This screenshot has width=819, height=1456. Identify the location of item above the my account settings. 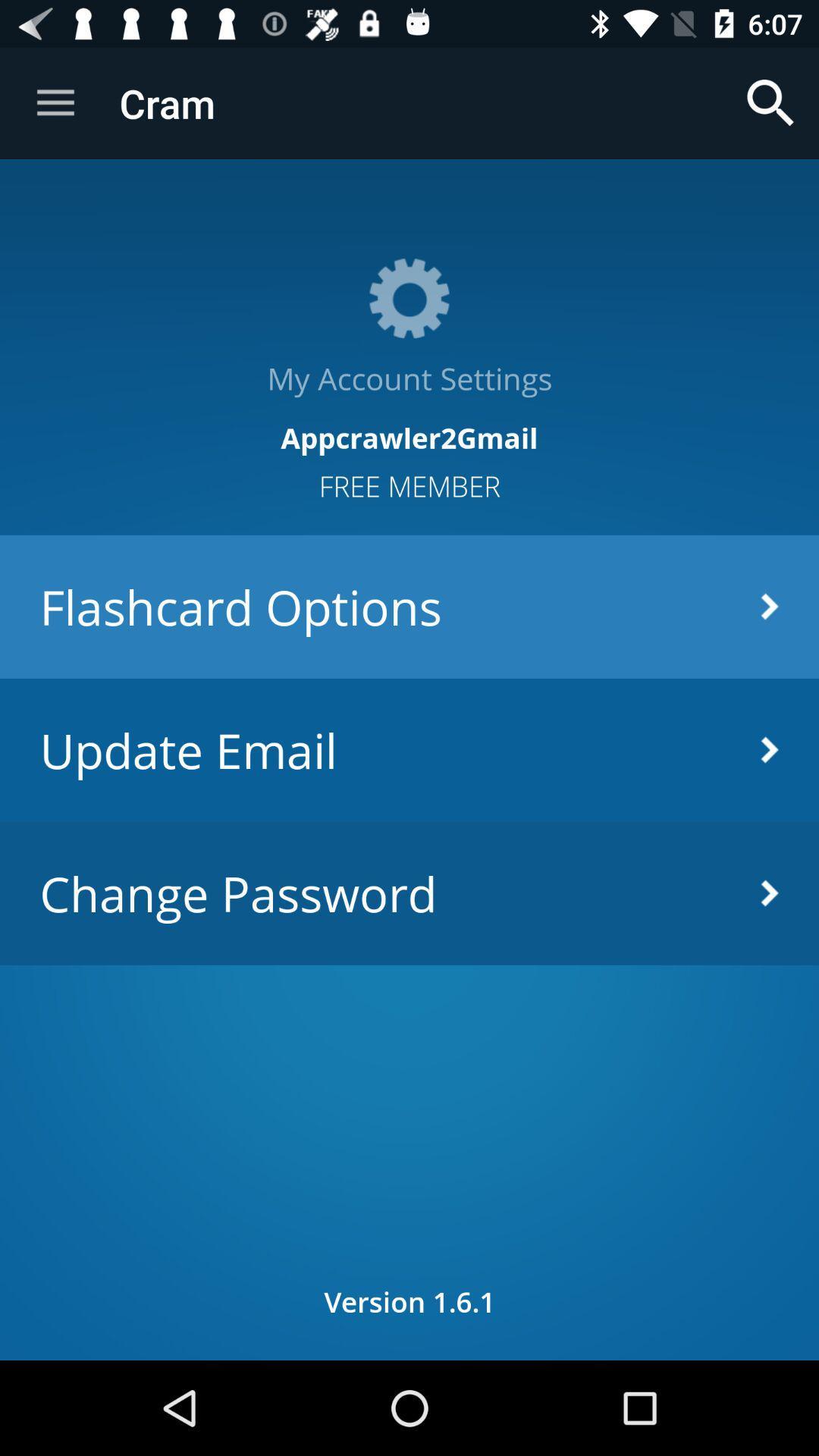
(771, 102).